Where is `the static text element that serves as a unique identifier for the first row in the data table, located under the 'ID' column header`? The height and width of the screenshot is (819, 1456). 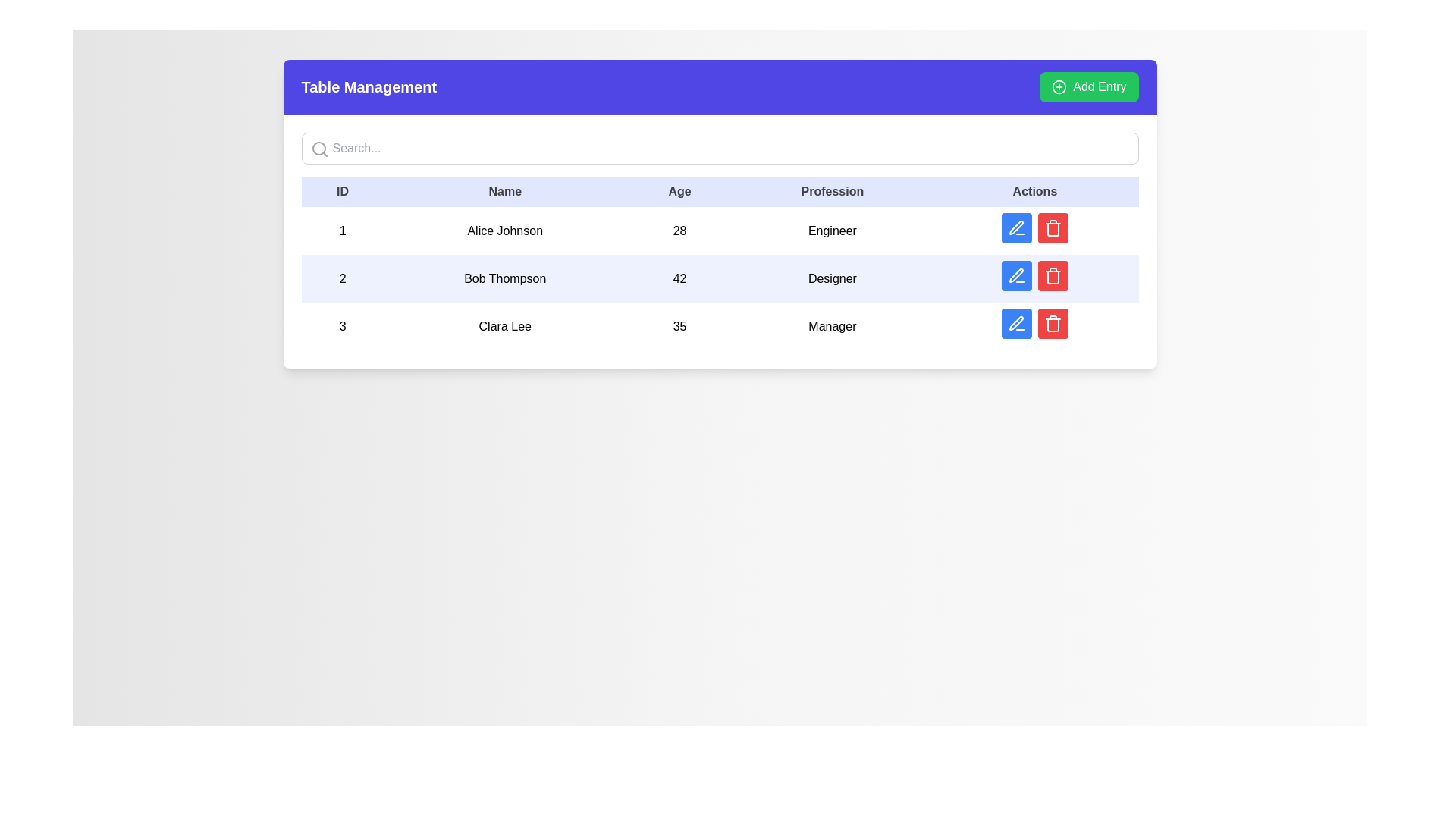 the static text element that serves as a unique identifier for the first row in the data table, located under the 'ID' column header is located at coordinates (342, 231).